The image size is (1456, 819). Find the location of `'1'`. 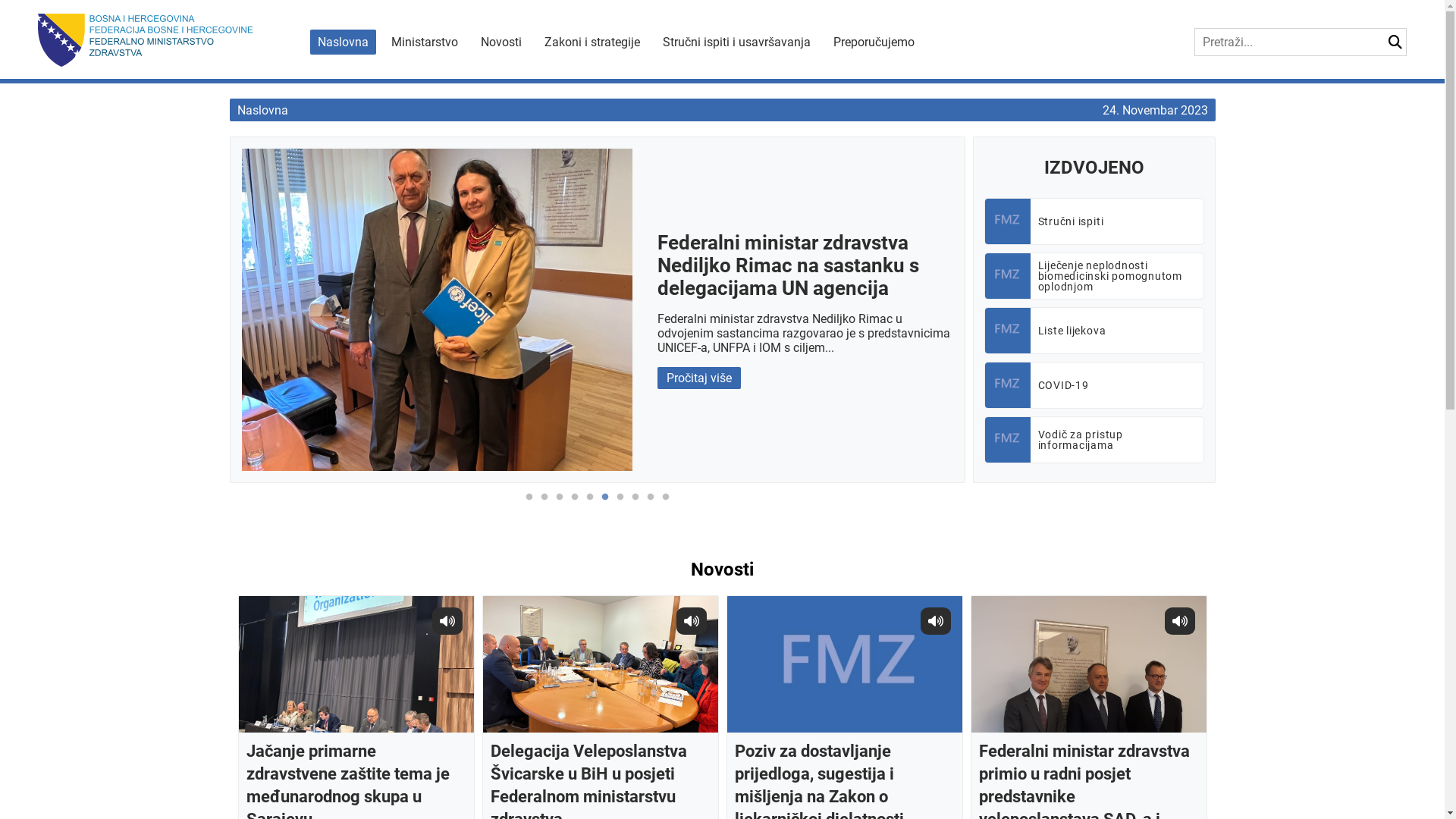

'1' is located at coordinates (521, 505).